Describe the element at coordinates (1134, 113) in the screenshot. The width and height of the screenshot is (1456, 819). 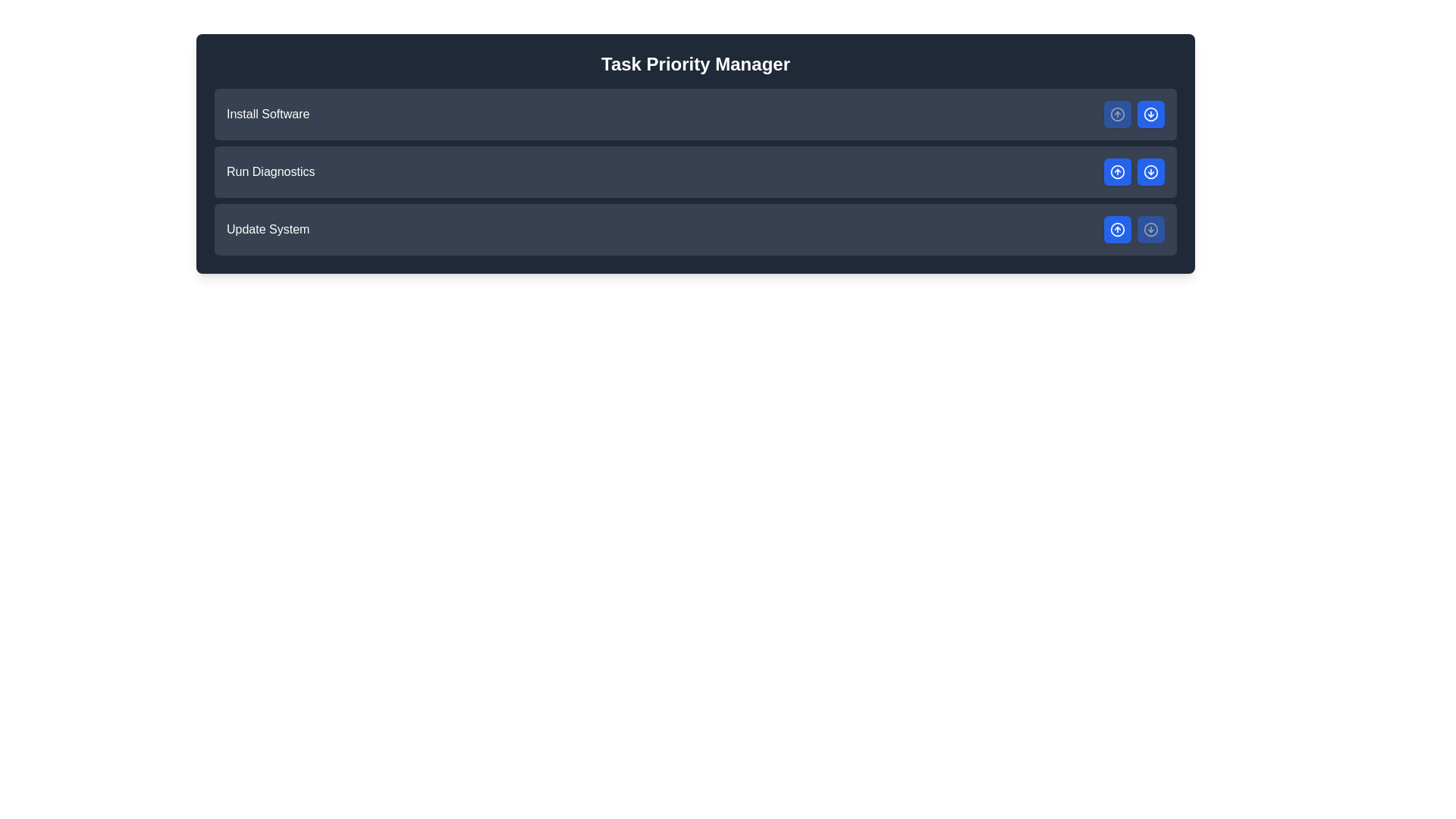
I see `the upward arrow button located in the top-right corner of the 'Install Software' section to increase the task priority` at that location.